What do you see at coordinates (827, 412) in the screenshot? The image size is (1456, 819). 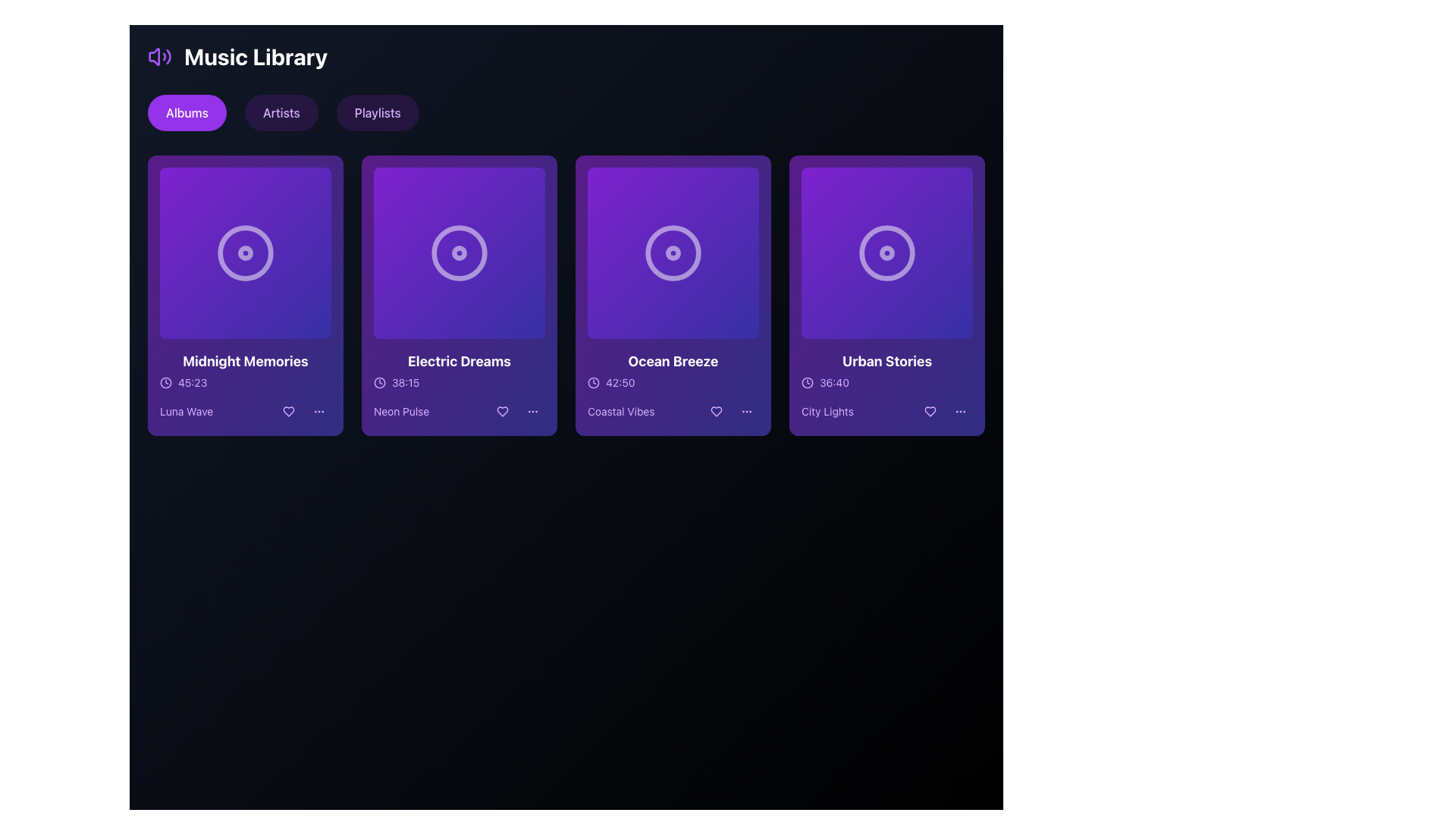 I see `the text label displaying 'City Lights' located at the bottom-right corner of the 'Urban Stories' card, beneath the duration indicator` at bounding box center [827, 412].